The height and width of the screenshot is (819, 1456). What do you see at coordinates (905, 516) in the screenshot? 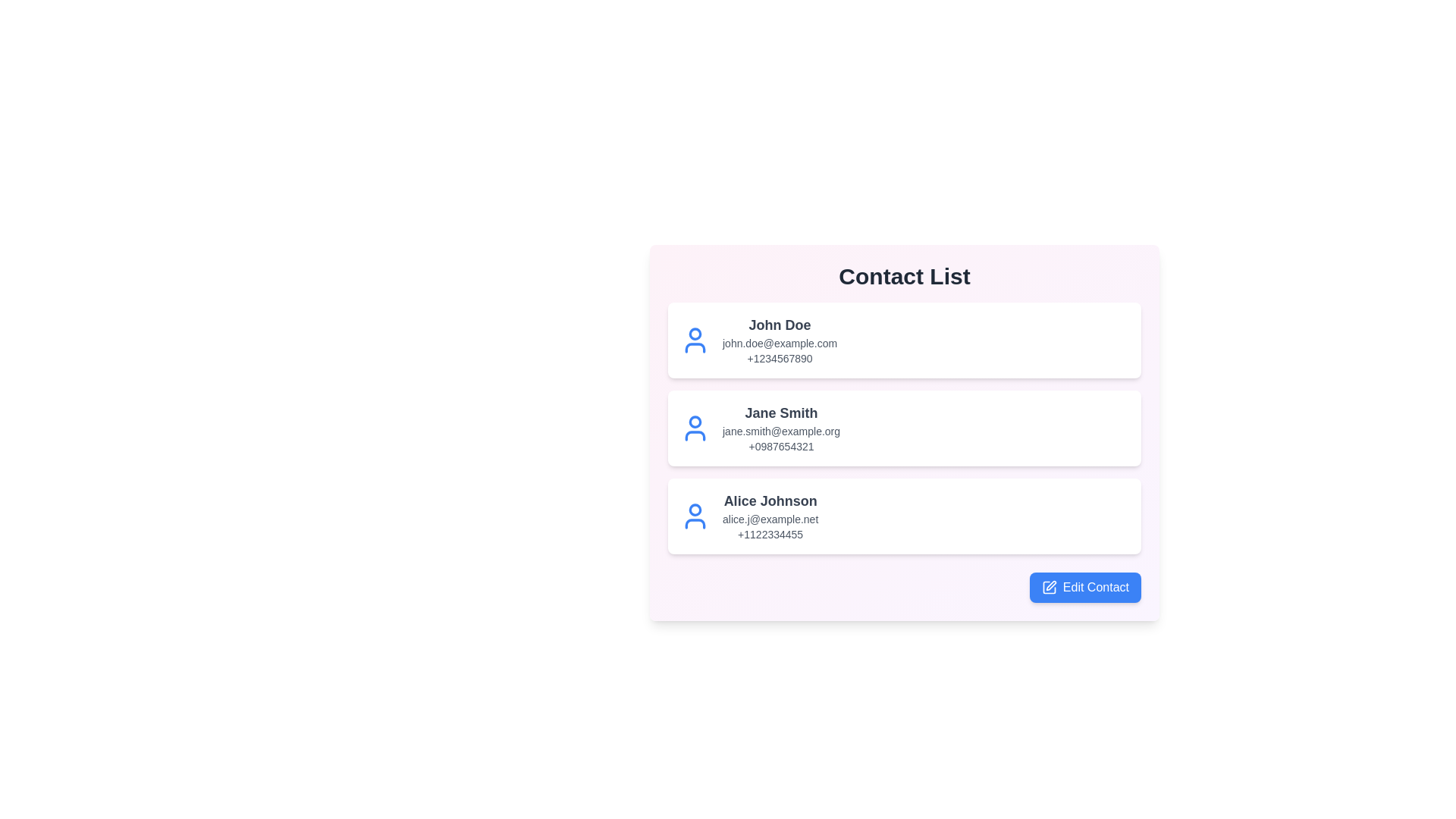
I see `the contact Alice Johnson to highlight it` at bounding box center [905, 516].